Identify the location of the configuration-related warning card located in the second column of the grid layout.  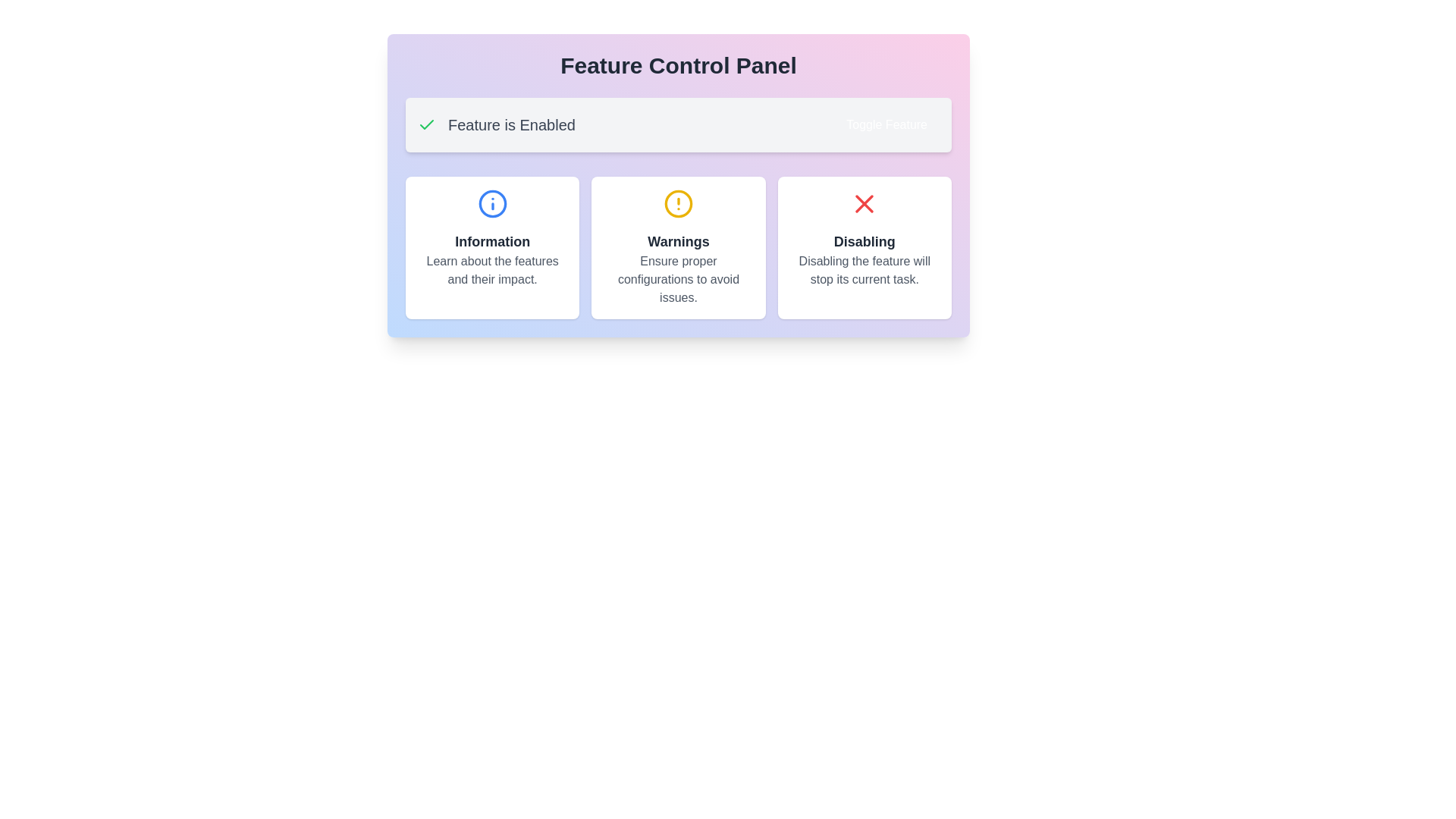
(677, 247).